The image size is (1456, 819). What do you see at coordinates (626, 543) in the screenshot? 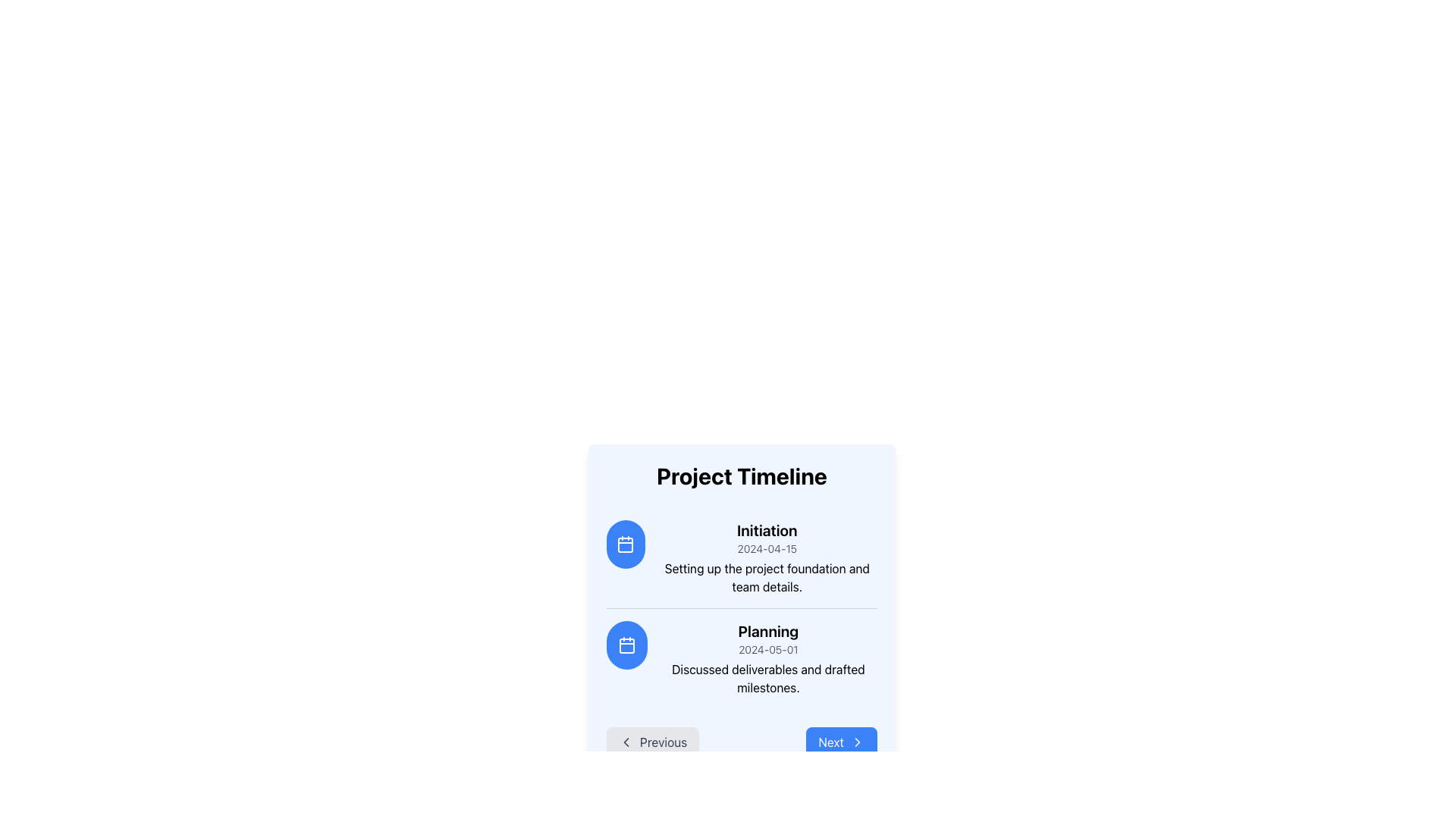
I see `the first calendar icon in the Project Timeline card` at bounding box center [626, 543].